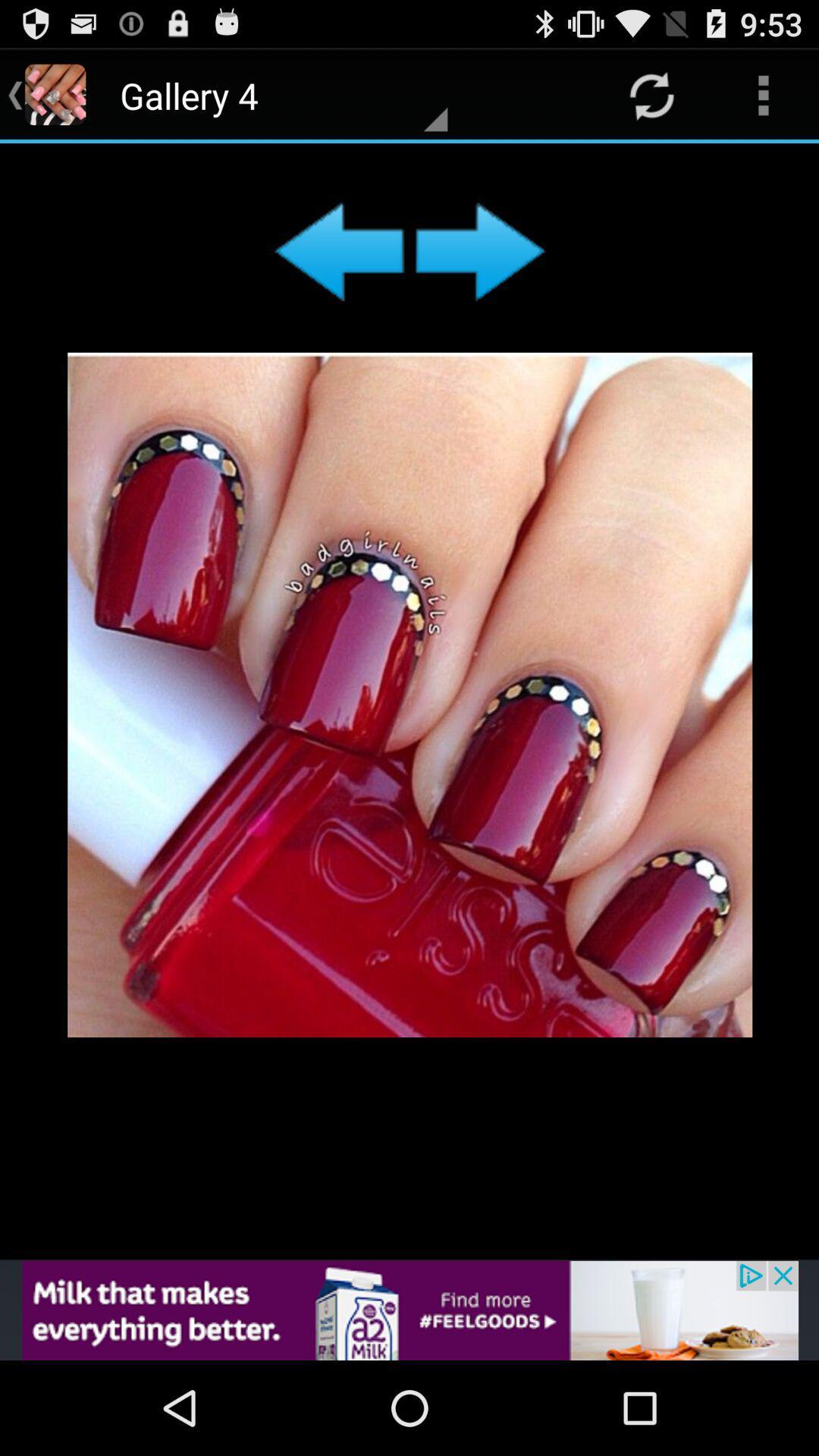 The width and height of the screenshot is (819, 1456). I want to click on makeup kit, so click(409, 701).